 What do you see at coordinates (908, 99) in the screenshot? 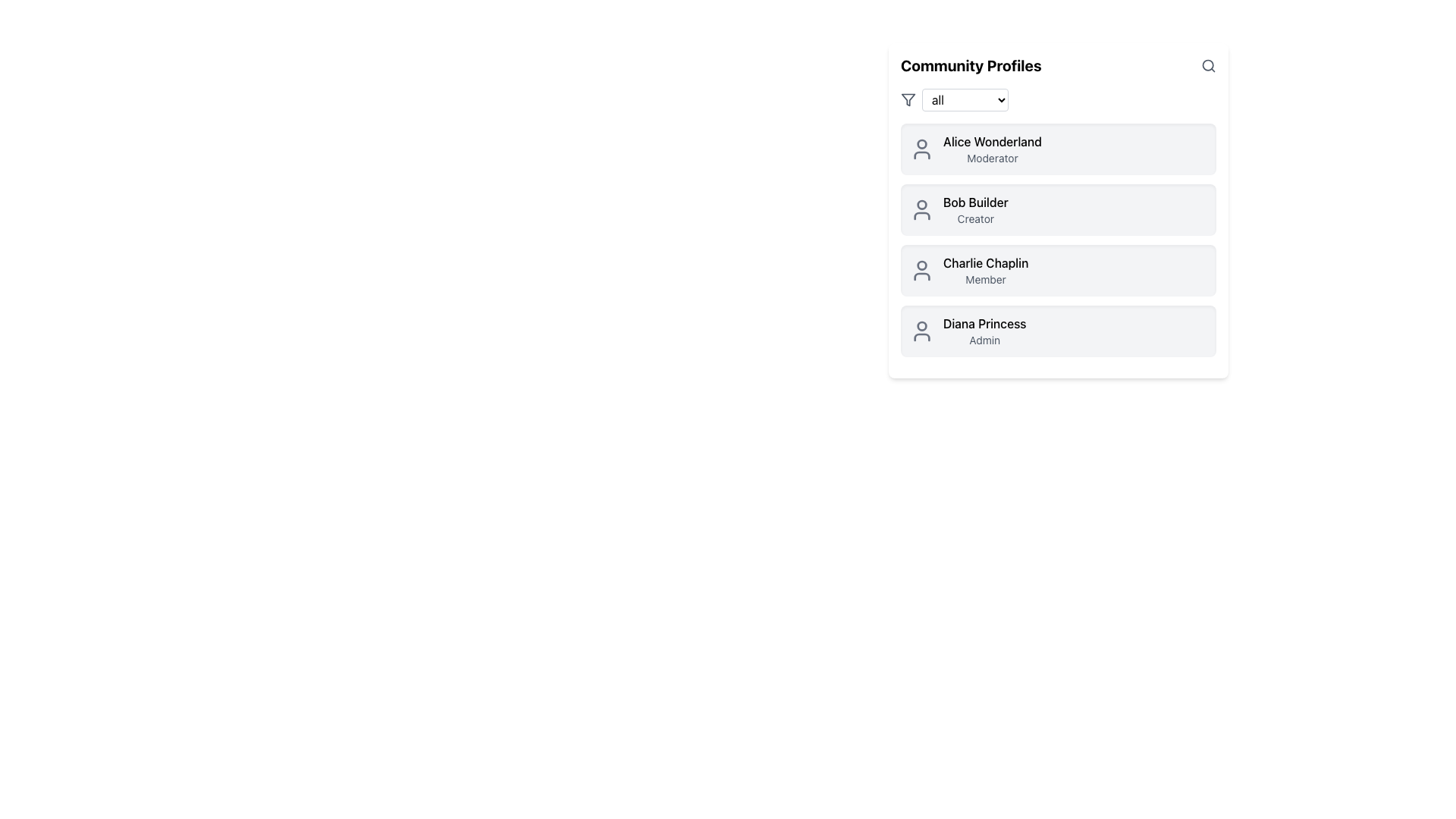
I see `the triangular filter icon located to the left of the 'all' dropdown menu in the 'Community Profiles' panel` at bounding box center [908, 99].